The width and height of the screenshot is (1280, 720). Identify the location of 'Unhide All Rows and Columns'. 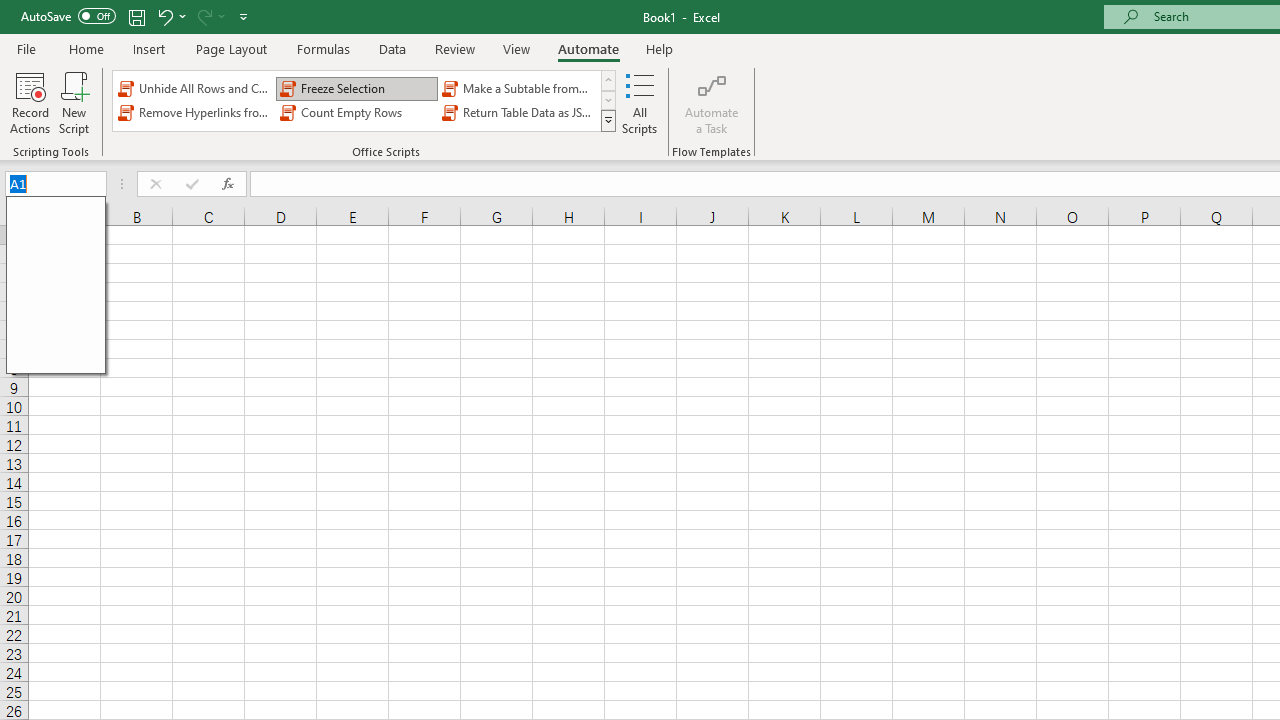
(195, 87).